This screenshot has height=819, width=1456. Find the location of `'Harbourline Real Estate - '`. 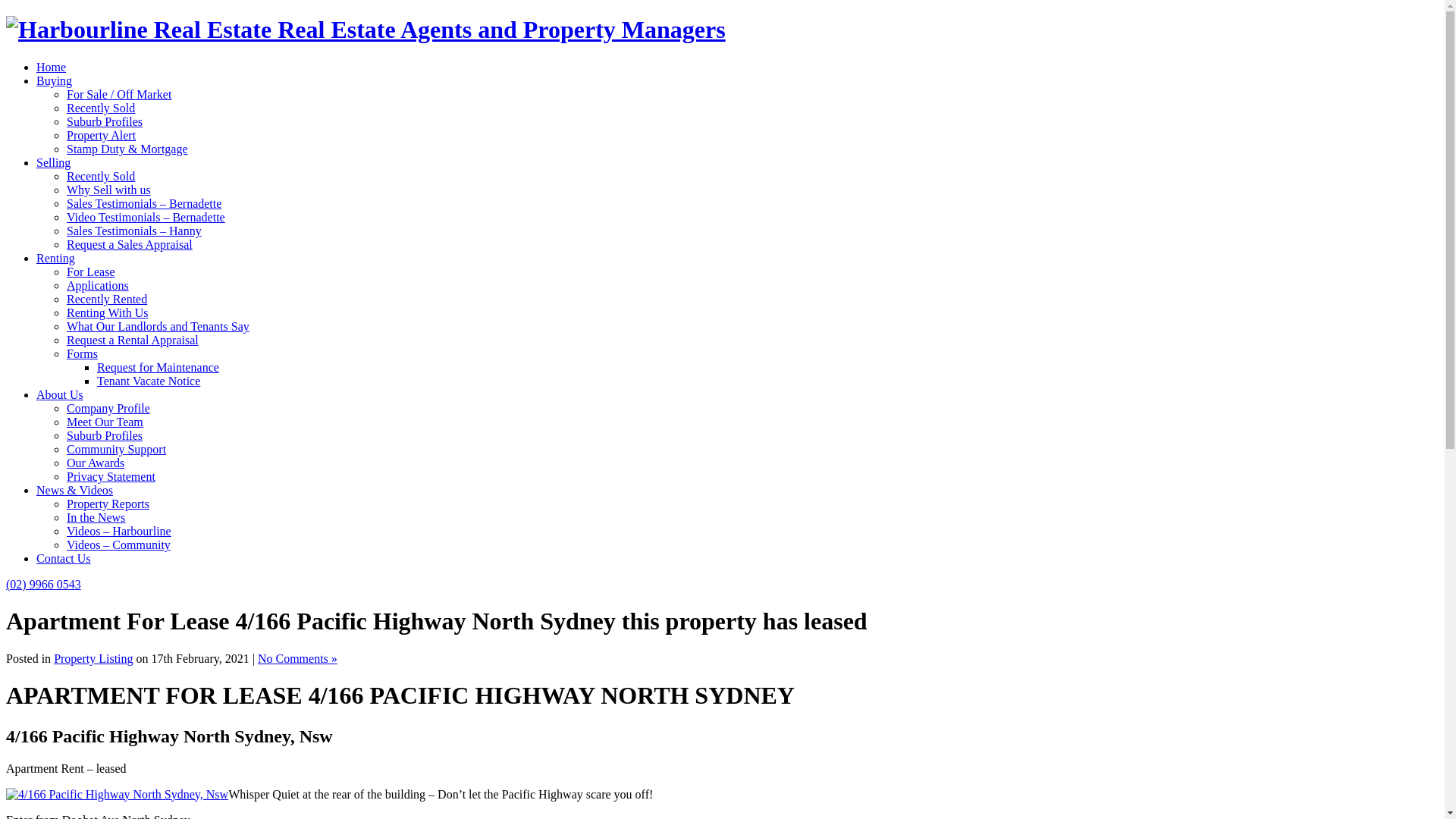

'Harbourline Real Estate - ' is located at coordinates (366, 29).